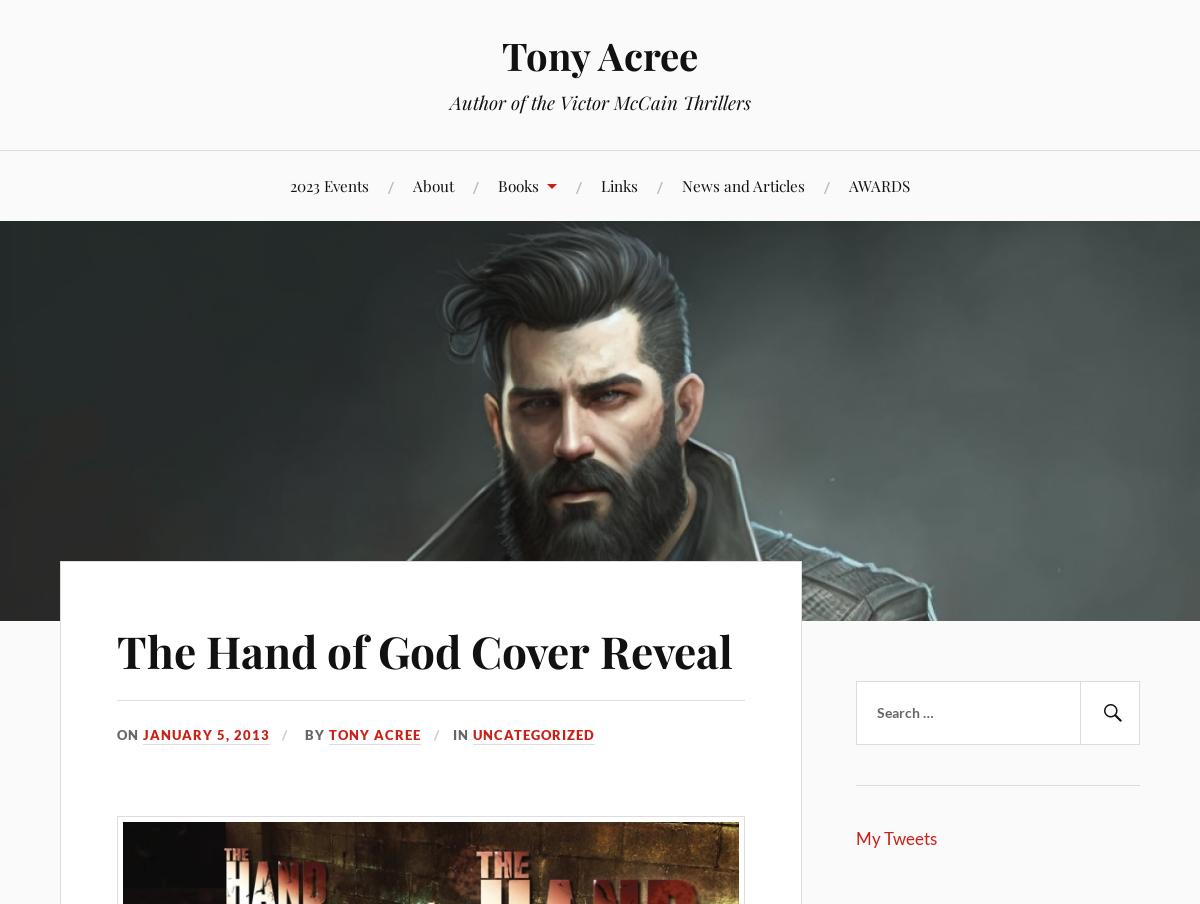  What do you see at coordinates (423, 650) in the screenshot?
I see `'The Hand of God Cover Reveal'` at bounding box center [423, 650].